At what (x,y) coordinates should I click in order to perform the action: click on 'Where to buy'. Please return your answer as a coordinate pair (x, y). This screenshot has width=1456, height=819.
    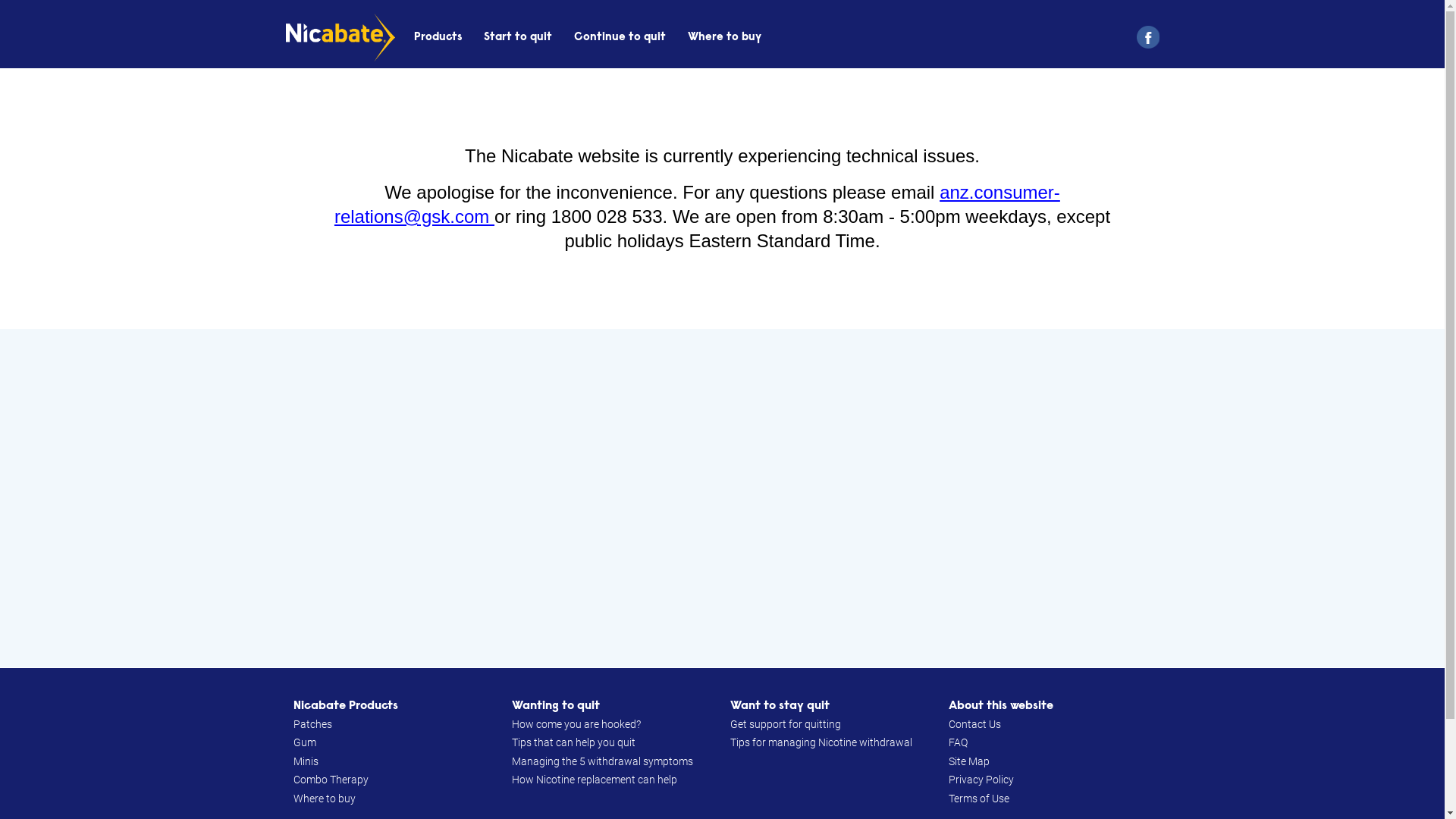
    Looking at the image, I should click on (323, 798).